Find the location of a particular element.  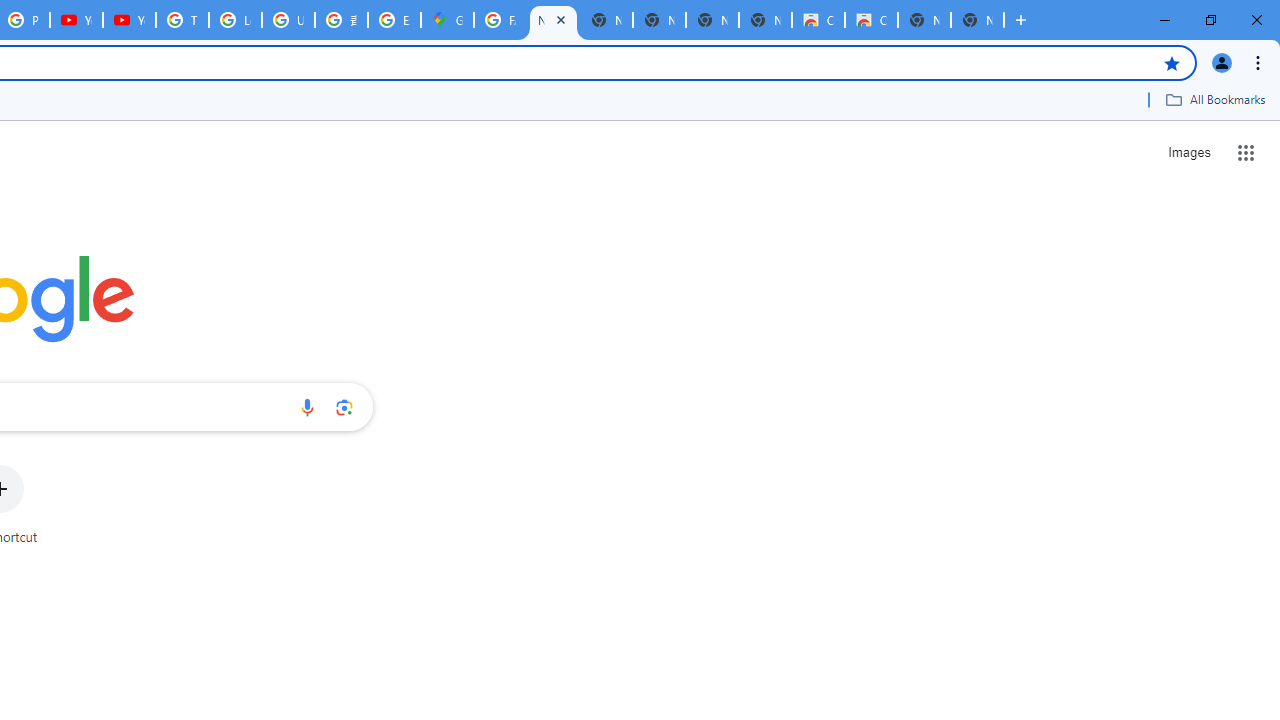

'Explore new street-level details - Google Maps Help' is located at coordinates (394, 20).